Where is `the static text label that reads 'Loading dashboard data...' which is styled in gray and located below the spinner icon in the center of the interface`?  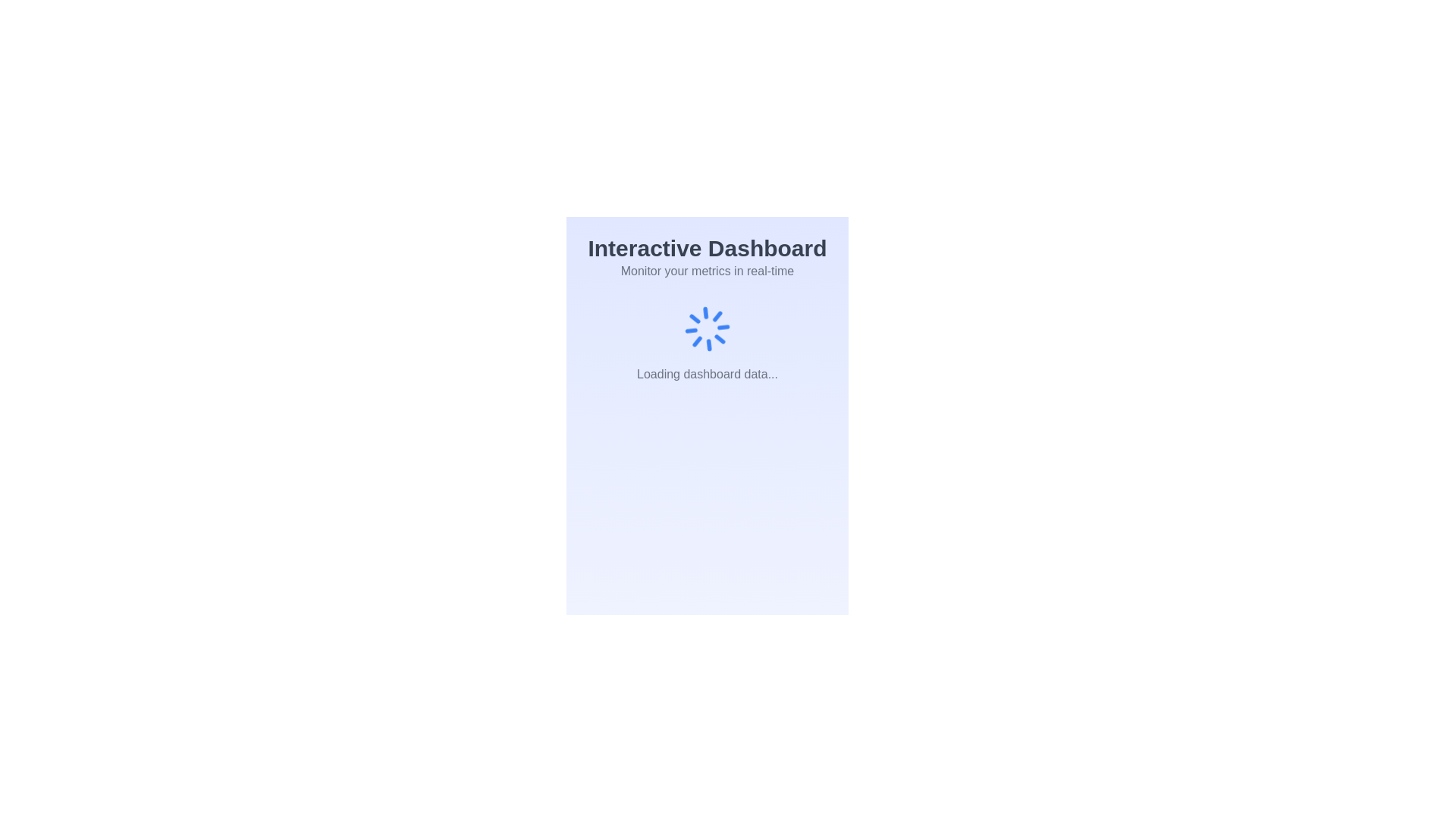
the static text label that reads 'Loading dashboard data...' which is styled in gray and located below the spinner icon in the center of the interface is located at coordinates (706, 374).